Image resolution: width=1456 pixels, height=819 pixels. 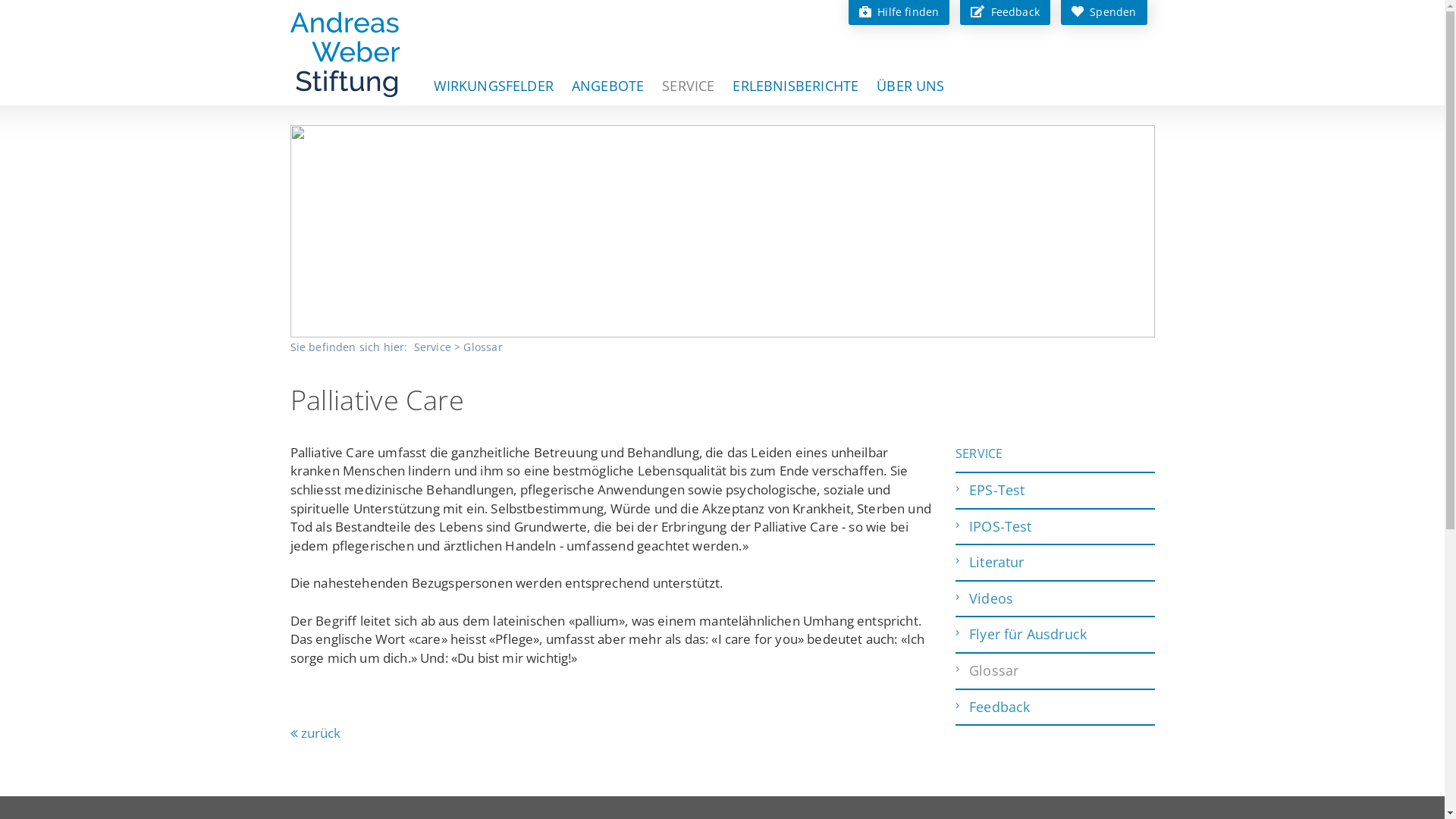 What do you see at coordinates (1054, 526) in the screenshot?
I see `'IPOS-Test'` at bounding box center [1054, 526].